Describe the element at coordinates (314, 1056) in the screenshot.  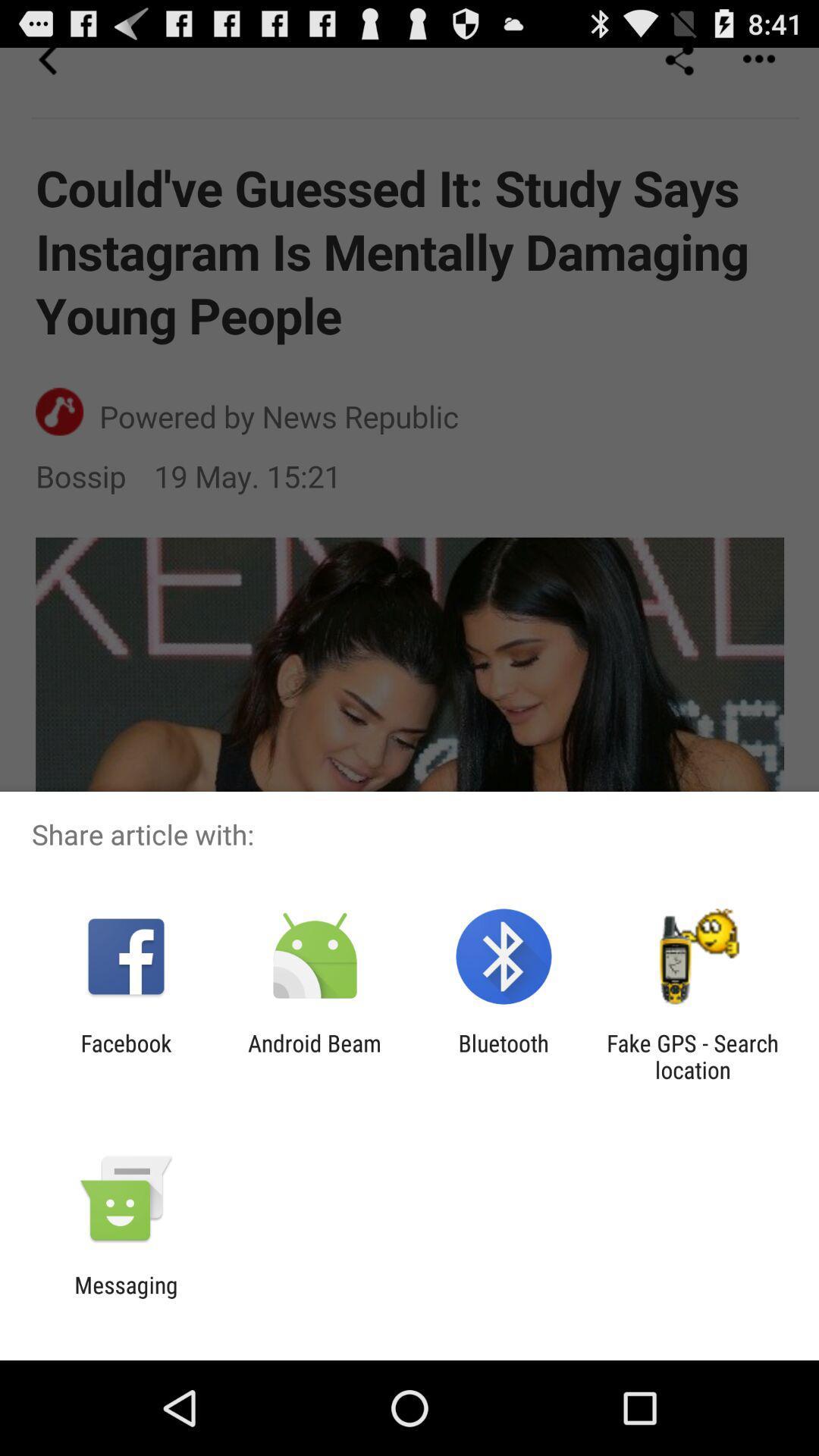
I see `app to the right of facebook app` at that location.